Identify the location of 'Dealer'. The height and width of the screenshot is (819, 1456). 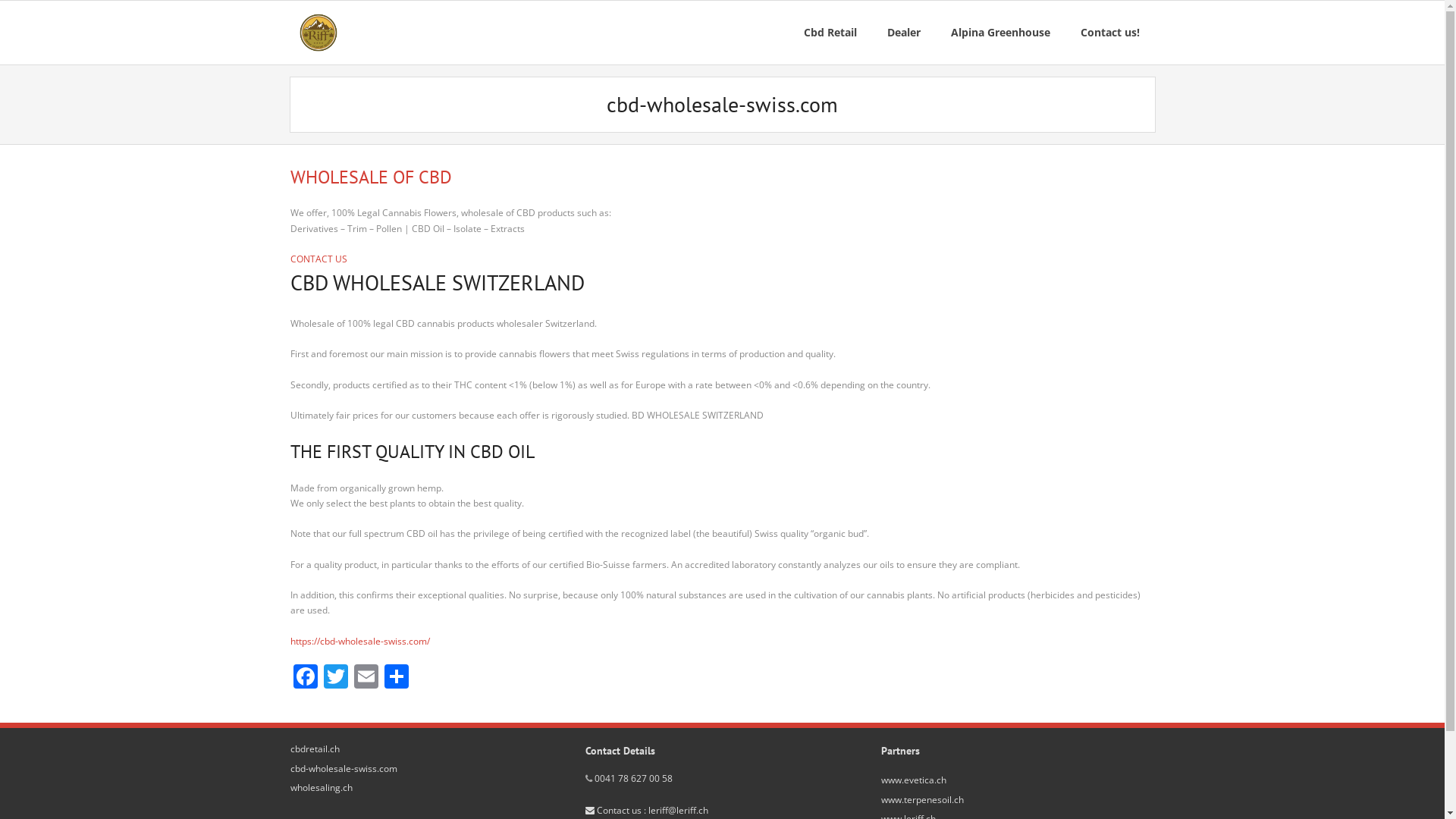
(903, 32).